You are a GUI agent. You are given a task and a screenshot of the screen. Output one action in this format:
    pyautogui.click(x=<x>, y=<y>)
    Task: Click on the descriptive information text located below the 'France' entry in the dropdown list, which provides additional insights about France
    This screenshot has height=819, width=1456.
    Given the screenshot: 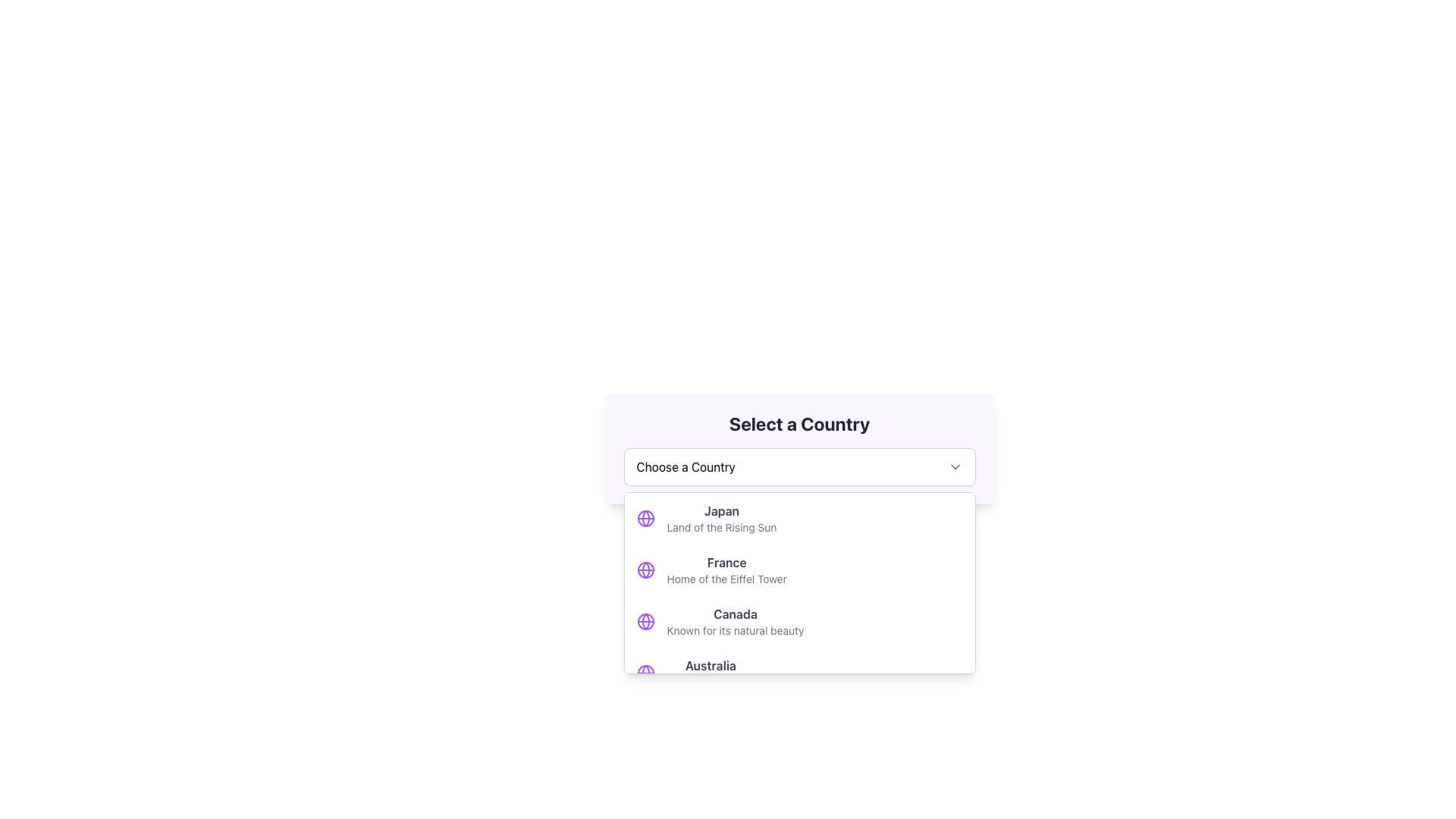 What is the action you would take?
    pyautogui.click(x=726, y=579)
    